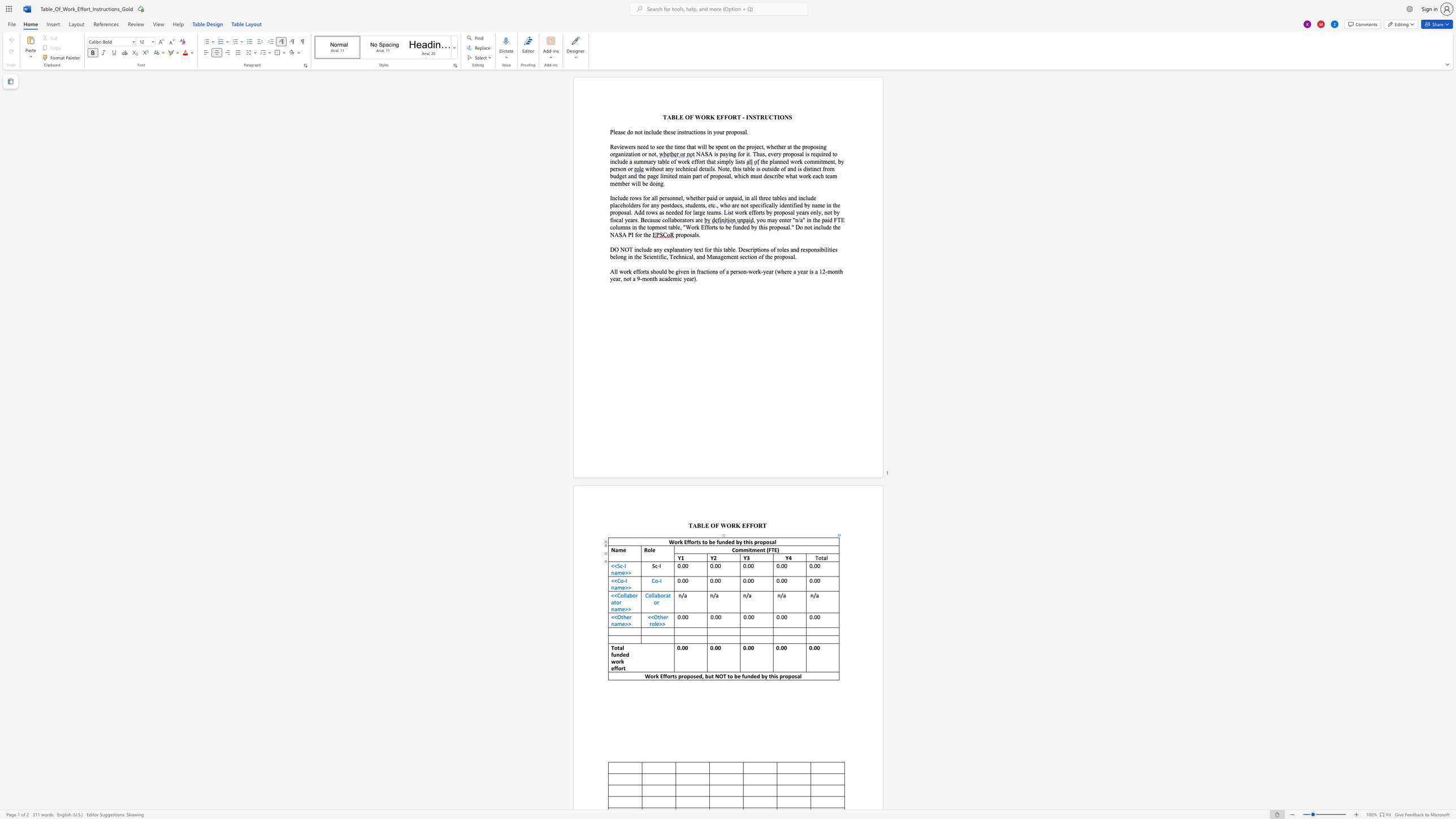 This screenshot has width=1456, height=819. I want to click on the 1th character "C" in the text, so click(619, 580).